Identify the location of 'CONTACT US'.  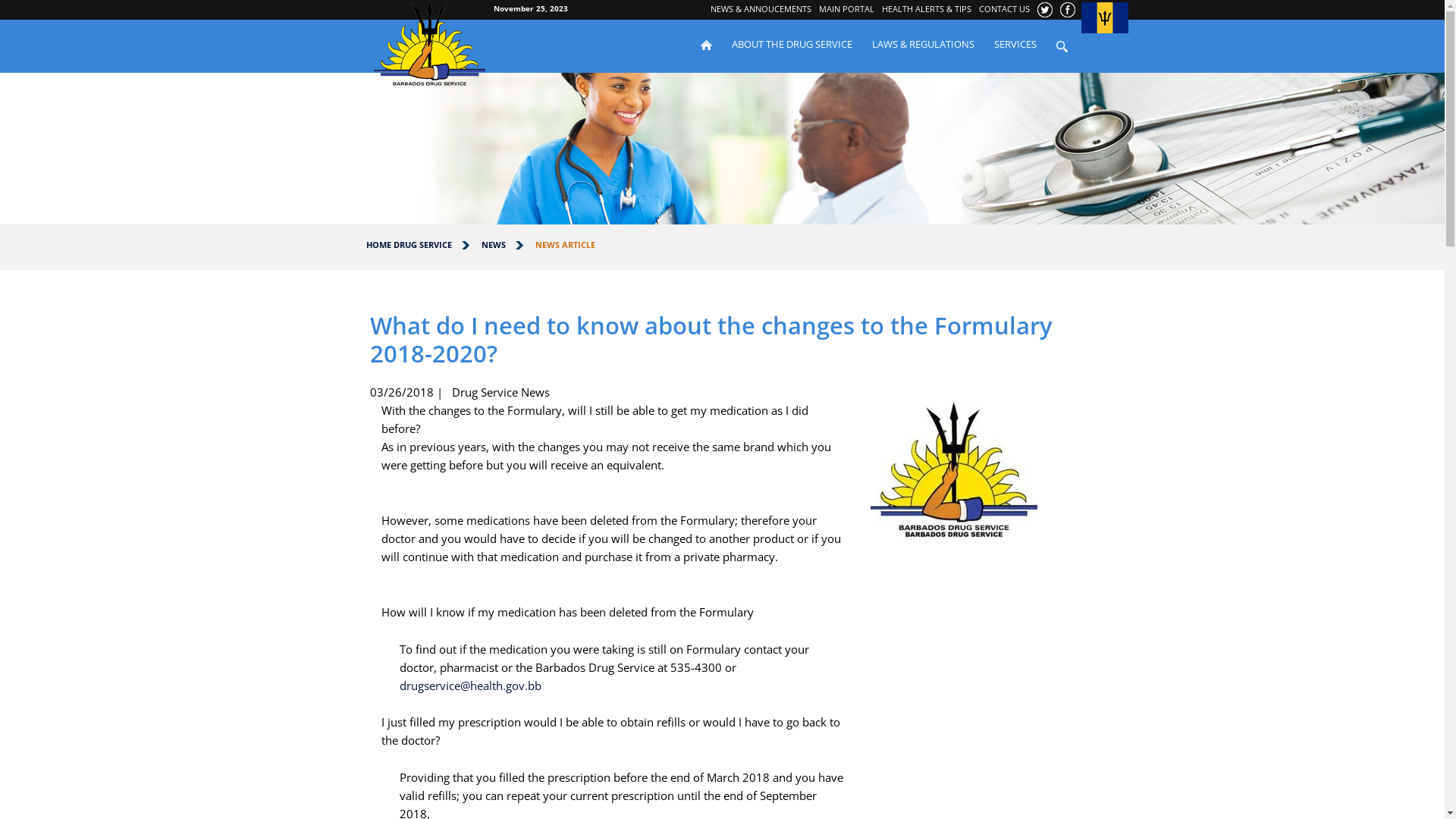
(1004, 8).